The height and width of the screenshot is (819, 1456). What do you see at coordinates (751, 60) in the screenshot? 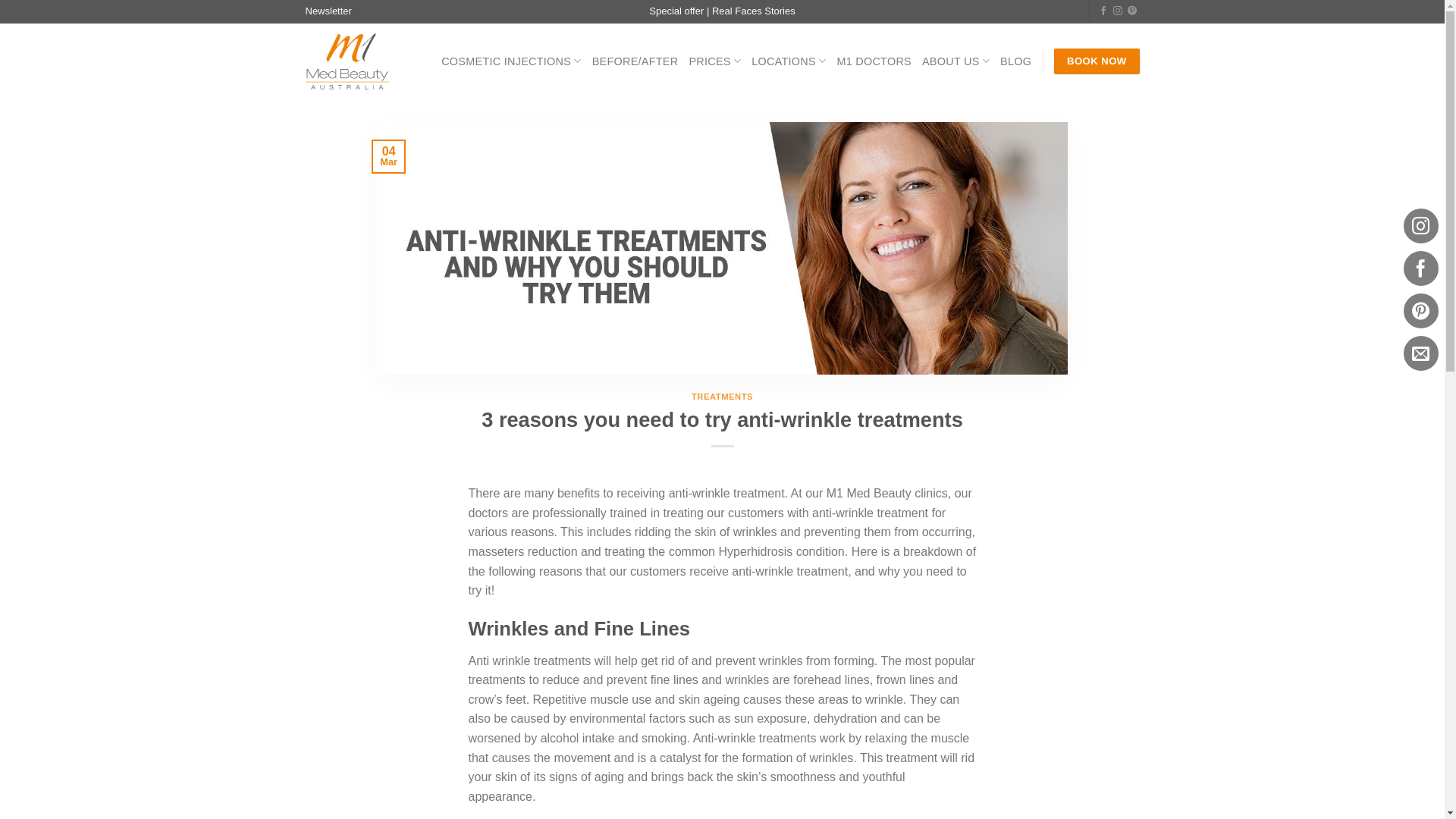
I see `'LOCATIONS'` at bounding box center [751, 60].